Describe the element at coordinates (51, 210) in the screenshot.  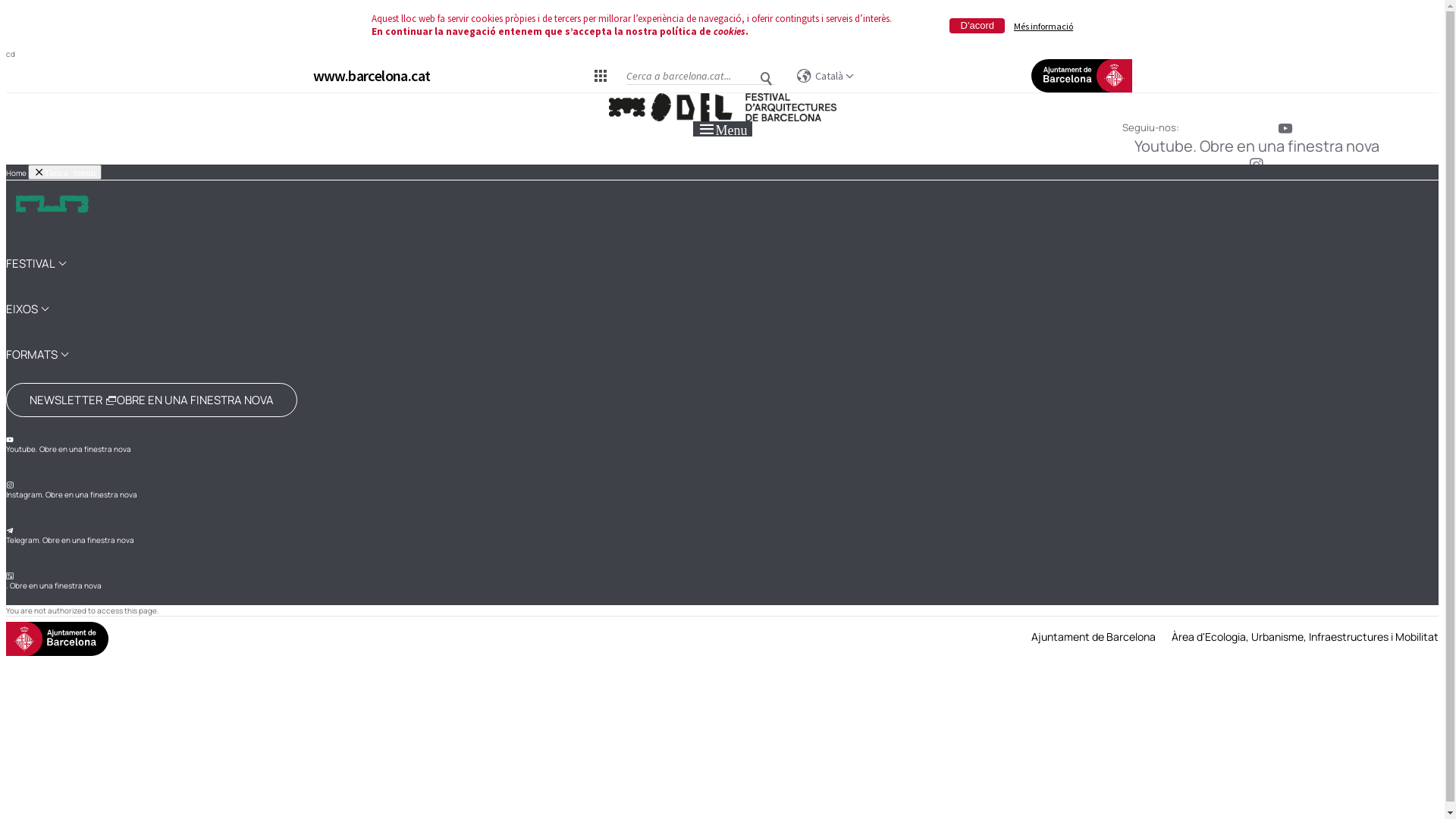
I see `'HOME'` at that location.